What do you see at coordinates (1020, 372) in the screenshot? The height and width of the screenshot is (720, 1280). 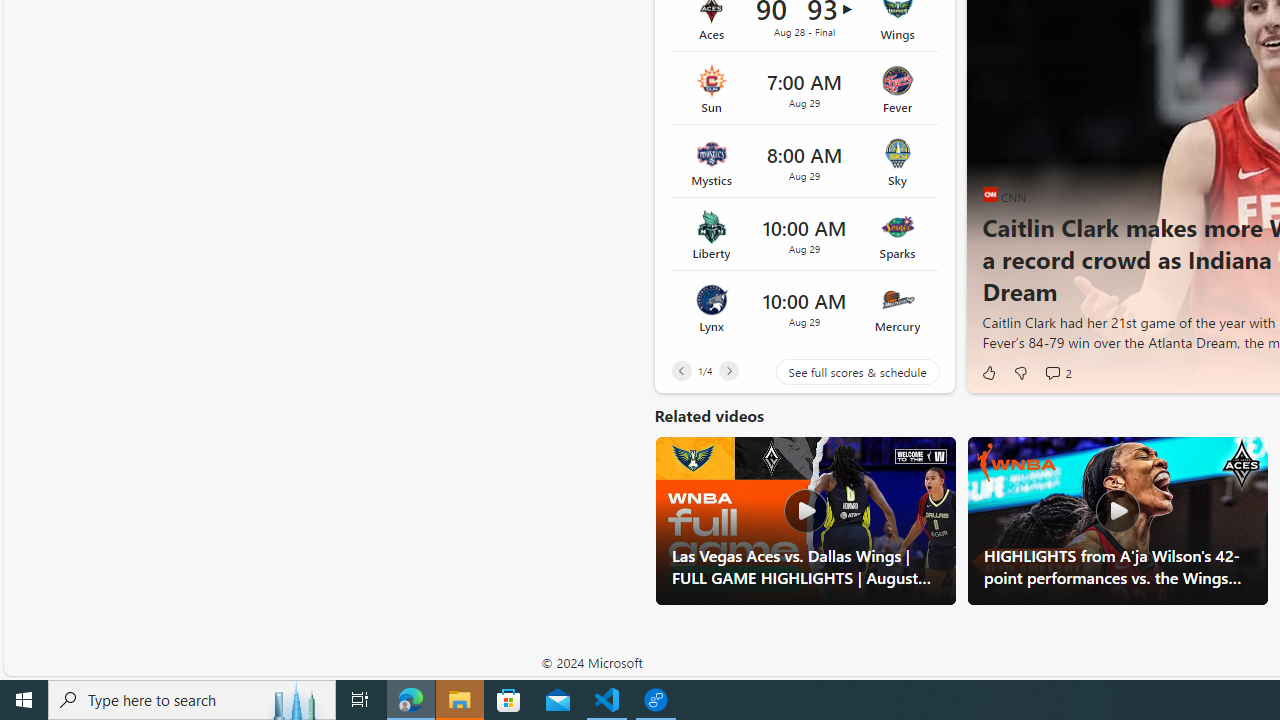 I see `'Dislike'` at bounding box center [1020, 372].